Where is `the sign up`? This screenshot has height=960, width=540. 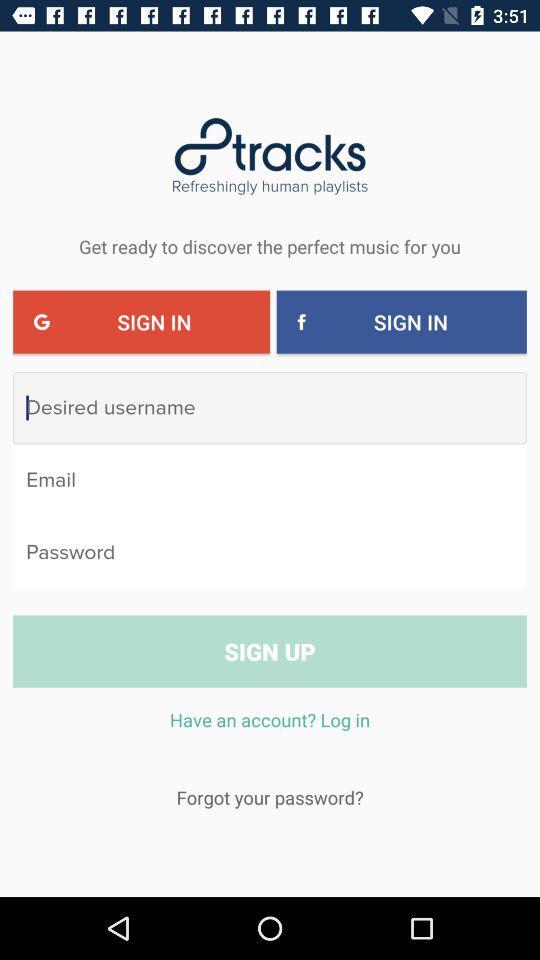
the sign up is located at coordinates (270, 650).